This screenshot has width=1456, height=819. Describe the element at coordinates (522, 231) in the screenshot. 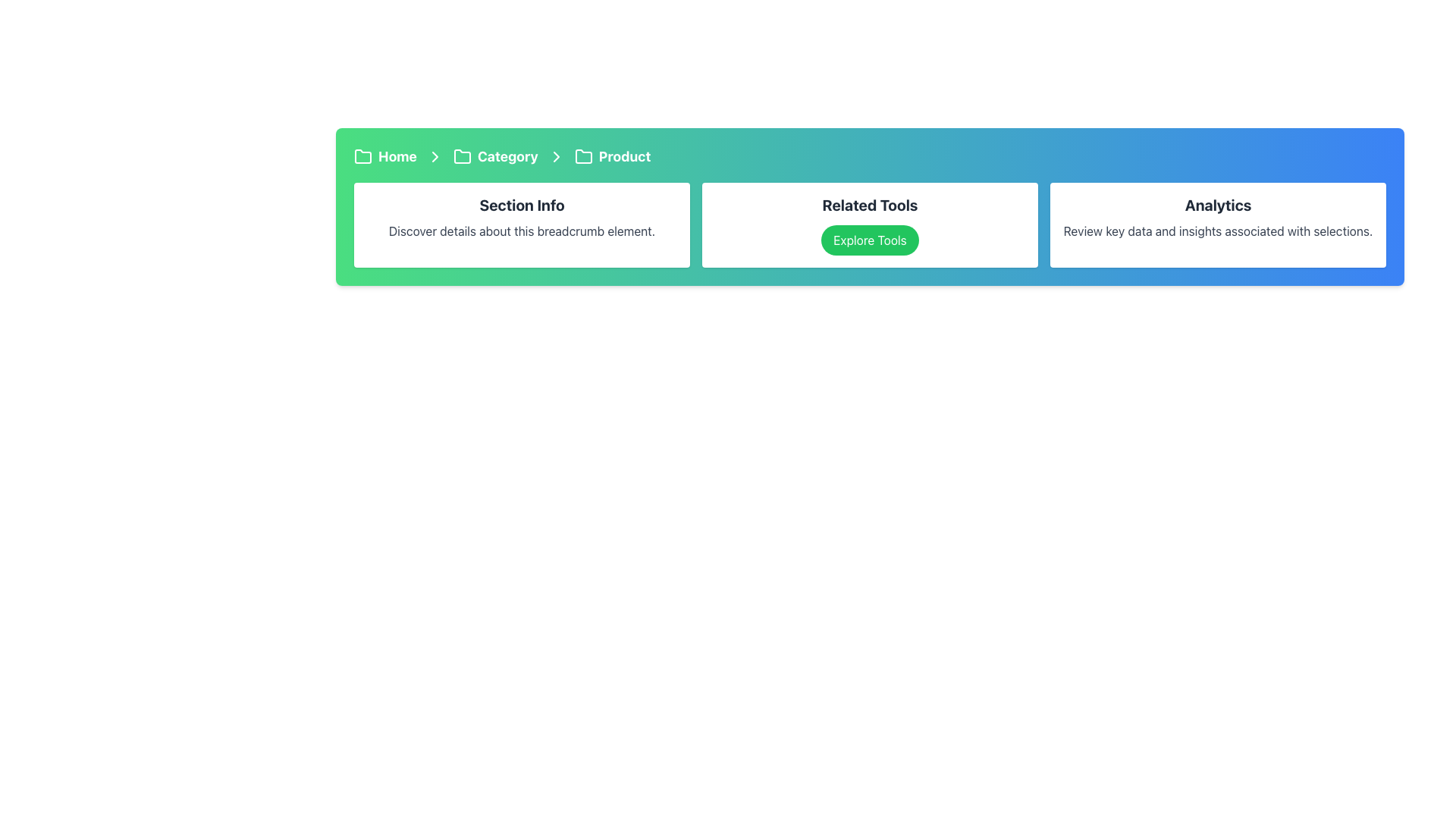

I see `the text label displaying 'Discover details about this breadcrumb element.' which is styled with gray color and centered below the 'Section Info' header` at that location.